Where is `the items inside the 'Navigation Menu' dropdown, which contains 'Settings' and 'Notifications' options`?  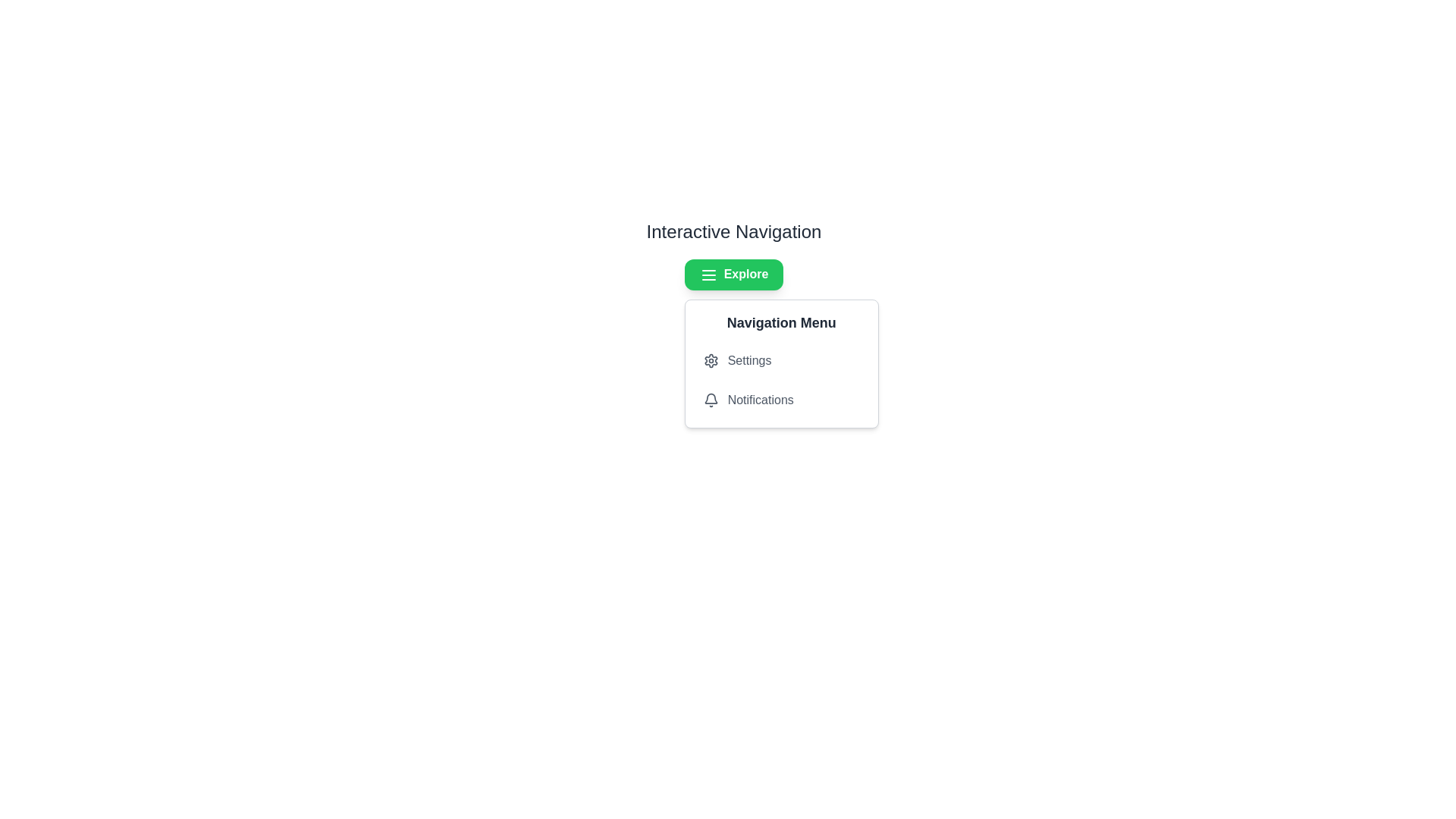
the items inside the 'Navigation Menu' dropdown, which contains 'Settings' and 'Notifications' options is located at coordinates (781, 363).